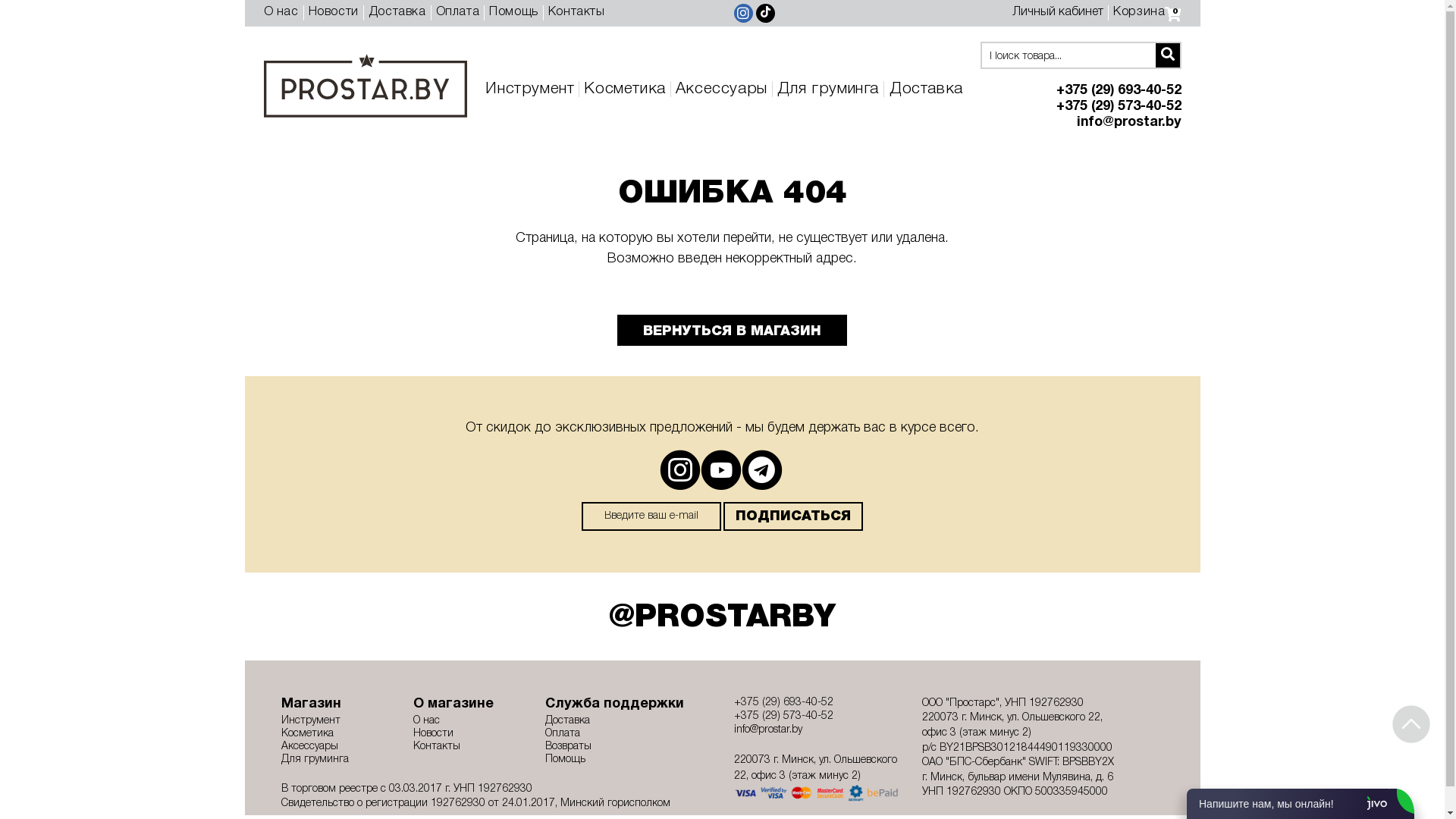 The width and height of the screenshot is (1456, 819). What do you see at coordinates (816, 792) in the screenshot?
I see `'Pay_Card_2.png'` at bounding box center [816, 792].